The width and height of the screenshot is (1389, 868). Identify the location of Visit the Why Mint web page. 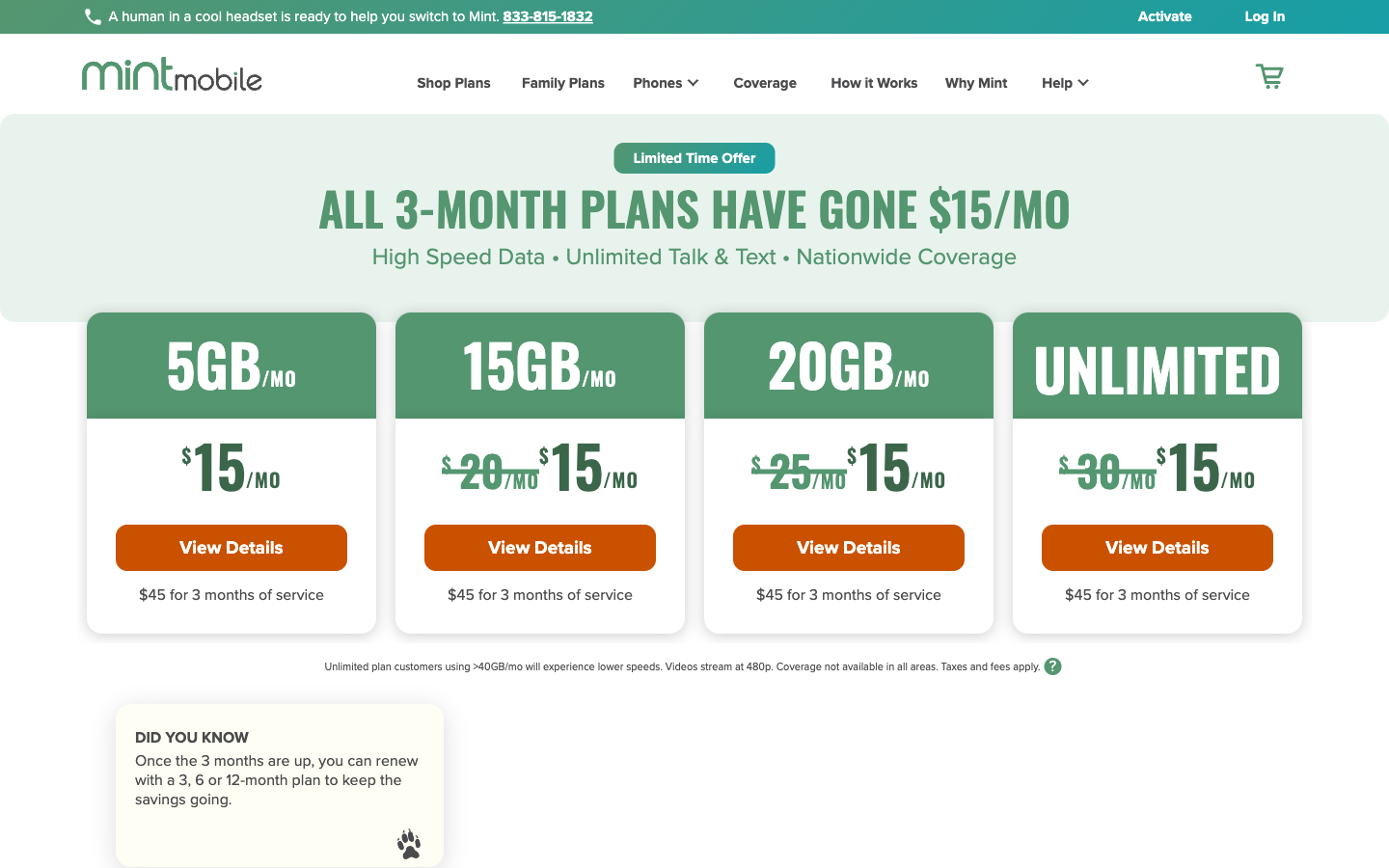
(963, 85).